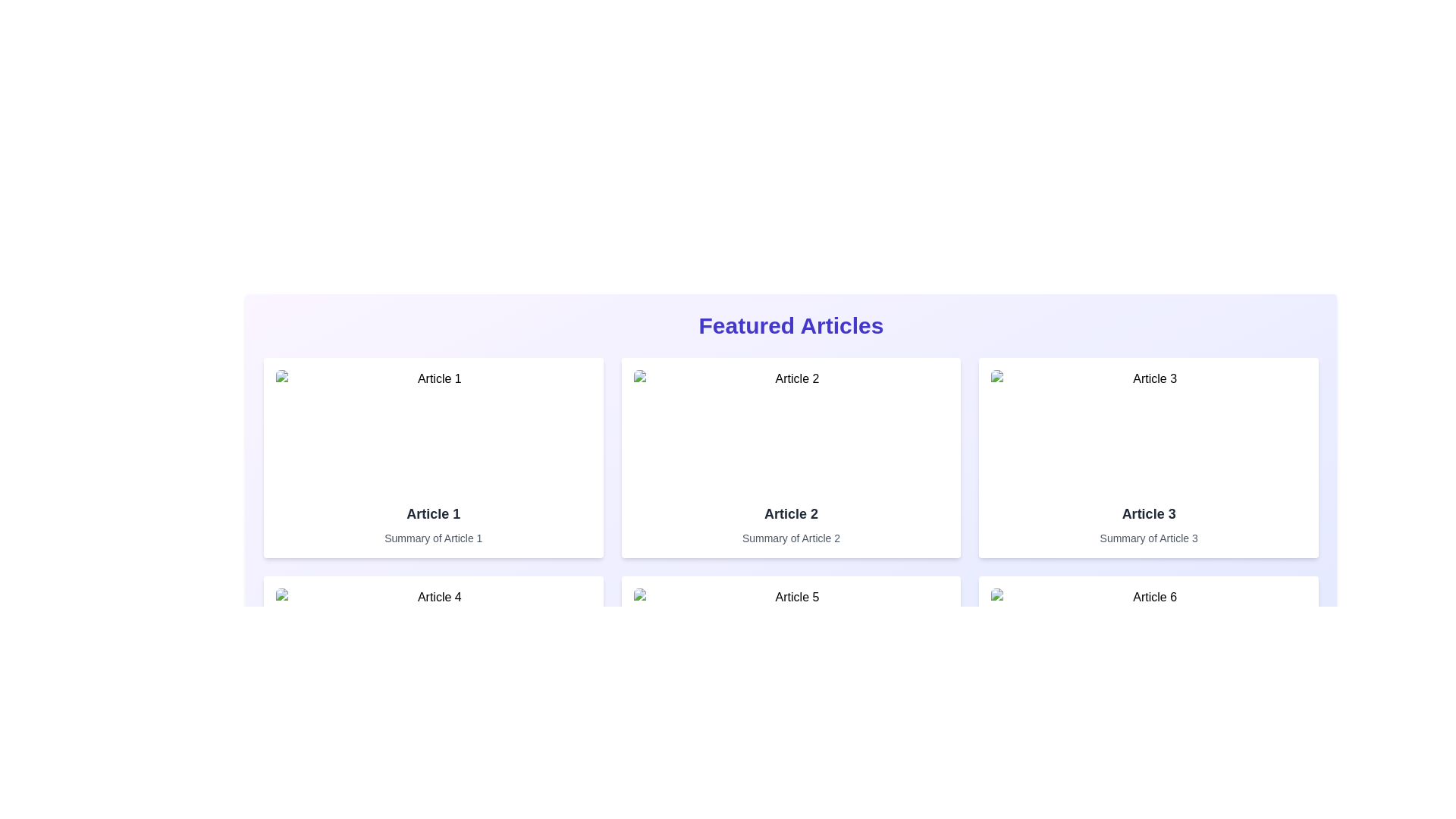 This screenshot has width=1456, height=819. What do you see at coordinates (790, 648) in the screenshot?
I see `the image displaying the preview for 'Article 5' located` at bounding box center [790, 648].